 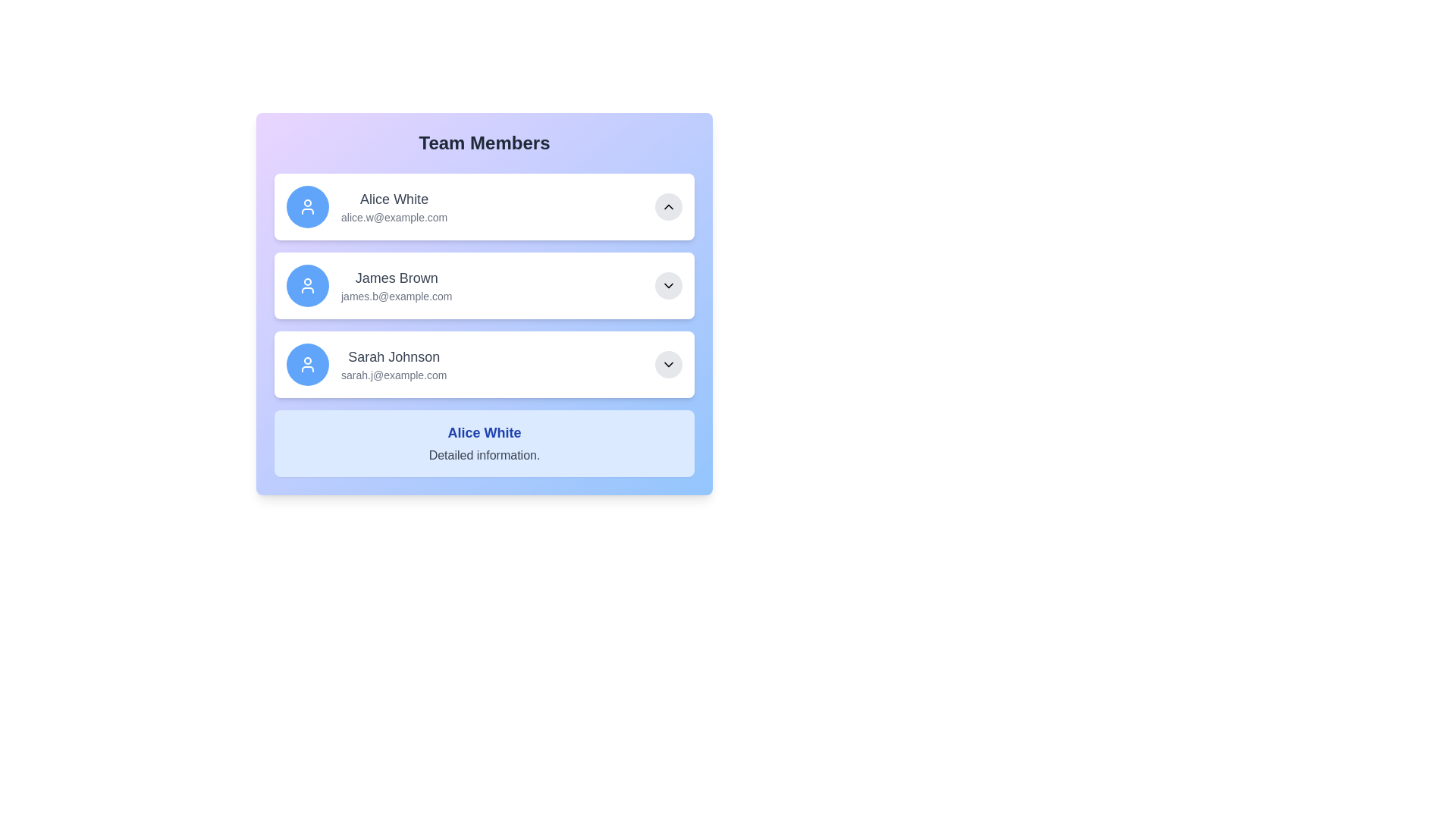 What do you see at coordinates (394, 356) in the screenshot?
I see `name displayed in the text label for the team member, 'Sarah Johnson,' located in the third card of the team members list, positioned to the right of the user avatar icon and above the user's email address` at bounding box center [394, 356].